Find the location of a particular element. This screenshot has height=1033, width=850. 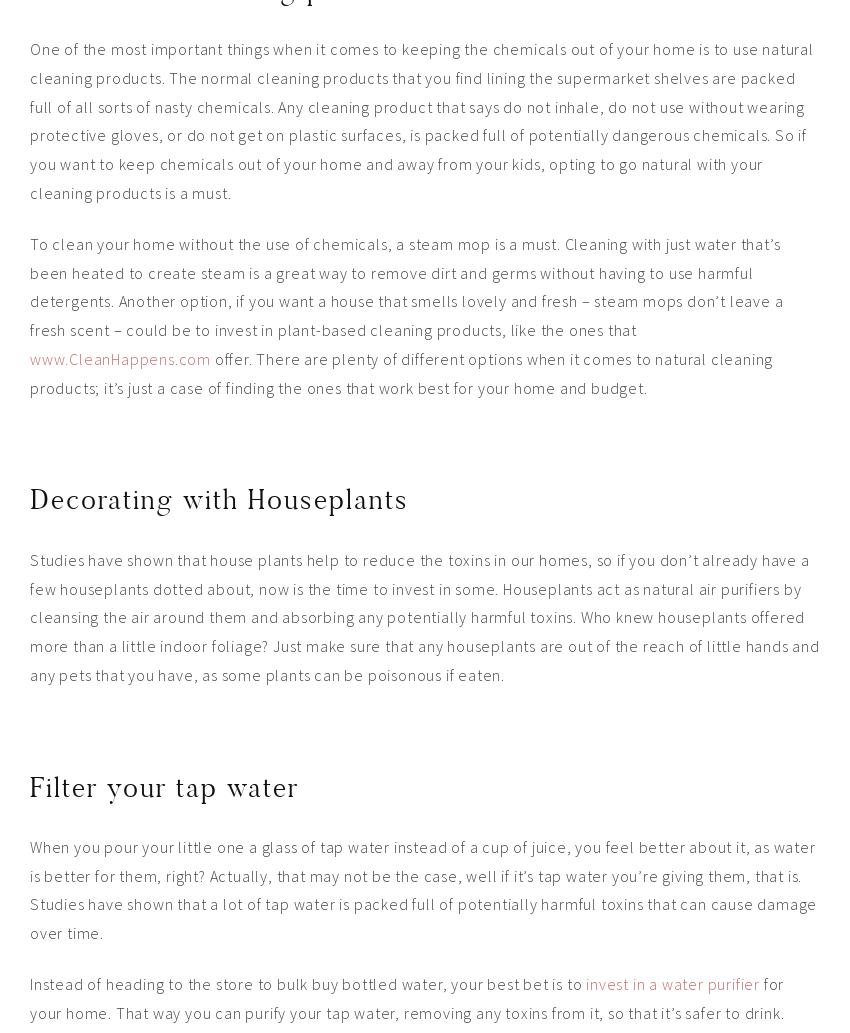

'When you pour your little one a glass of tap water instead of a cup of juice, you feel better about it, as water is better for them, right? Actually, that may not be the case, well if it’s tap water you’re giving them, that is. Studies have shown that a lot of tap water is packed full of potentially harmful toxins that can cause damage over time.' is located at coordinates (423, 888).